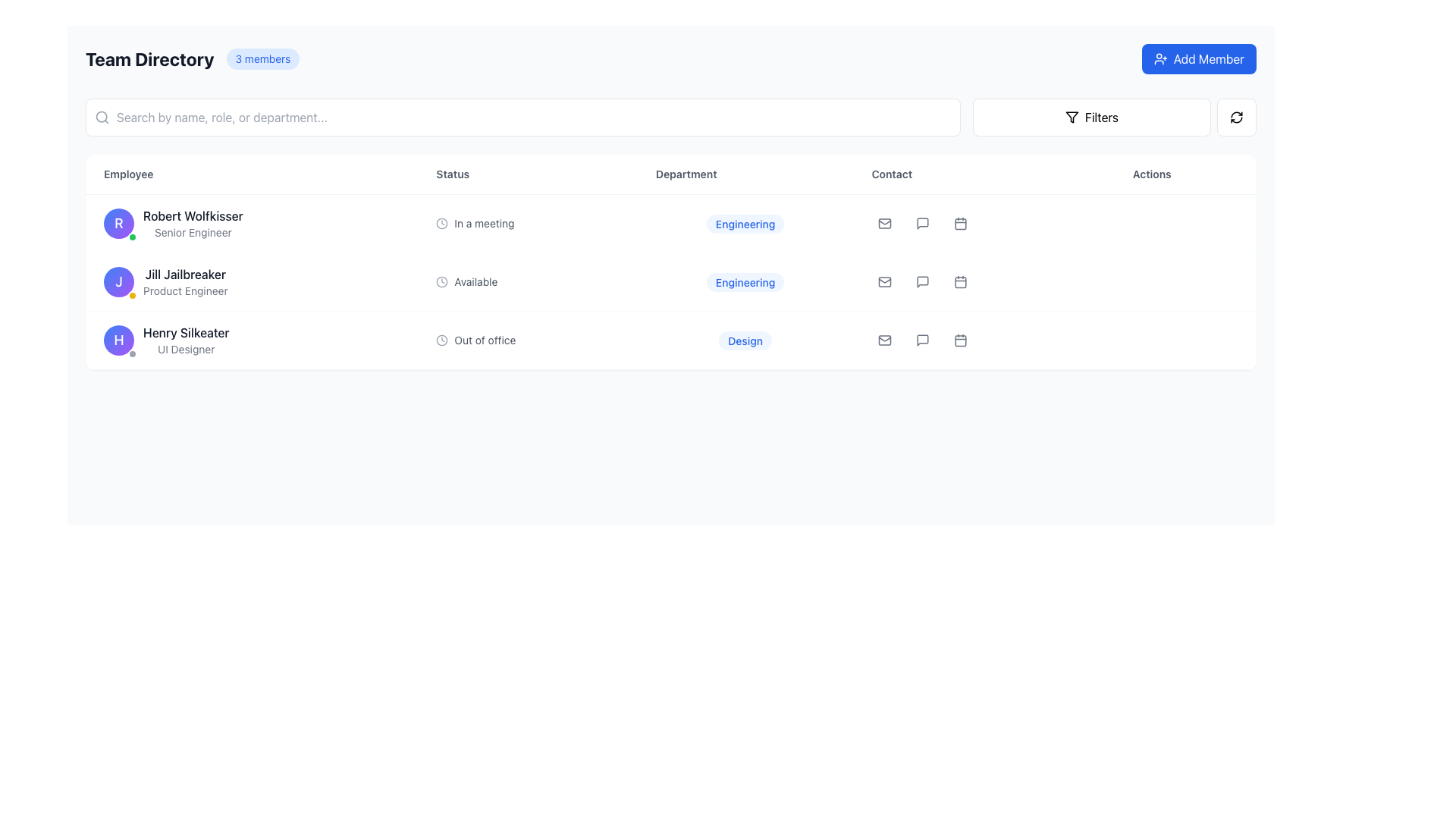 Image resolution: width=1456 pixels, height=819 pixels. I want to click on the email icon located in the 'Contact' column of the table in the second row associated with Jill Jailbreaker, so click(884, 281).